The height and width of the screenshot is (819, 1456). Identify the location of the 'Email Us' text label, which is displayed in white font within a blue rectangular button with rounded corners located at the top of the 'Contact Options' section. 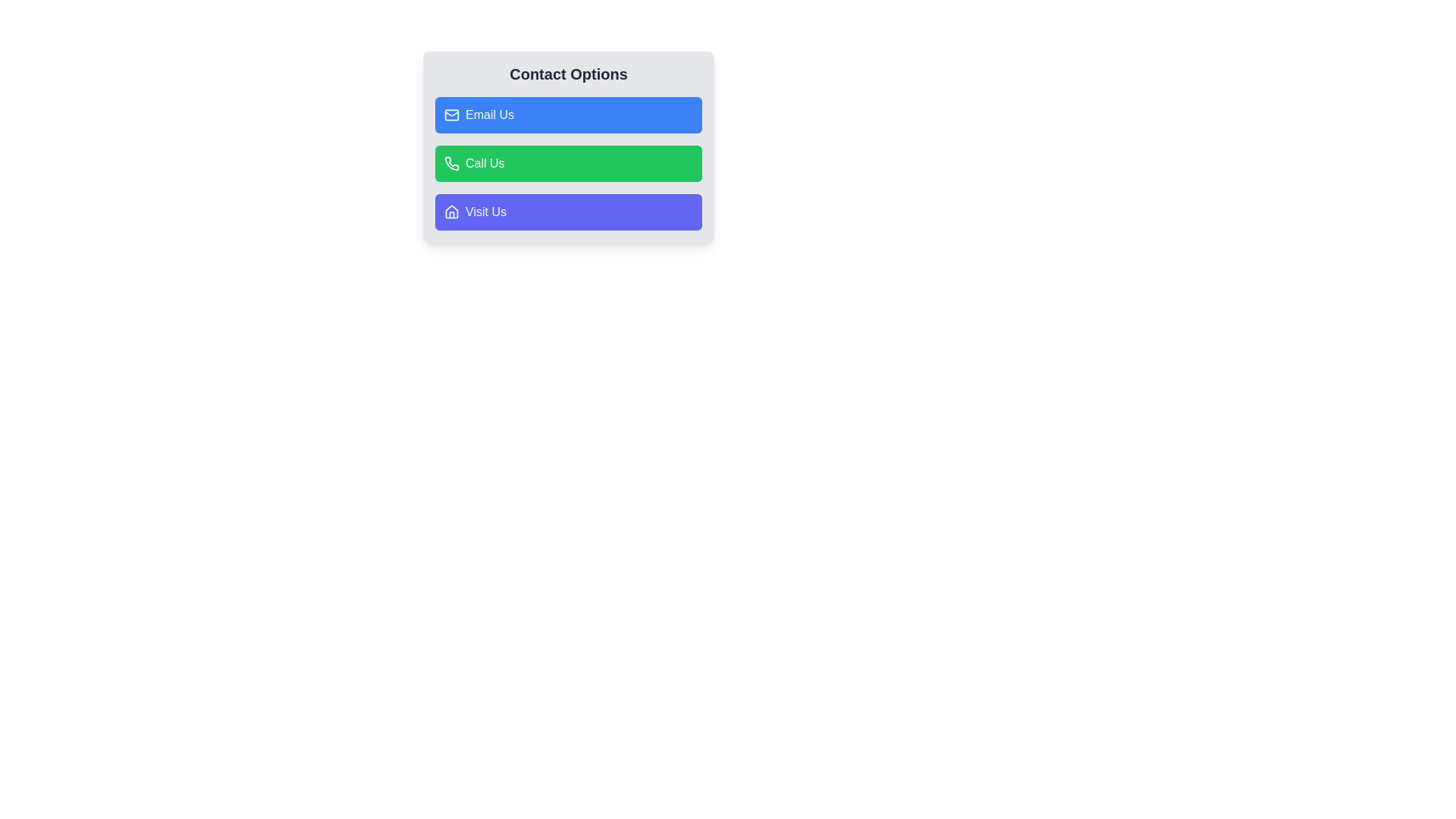
(490, 114).